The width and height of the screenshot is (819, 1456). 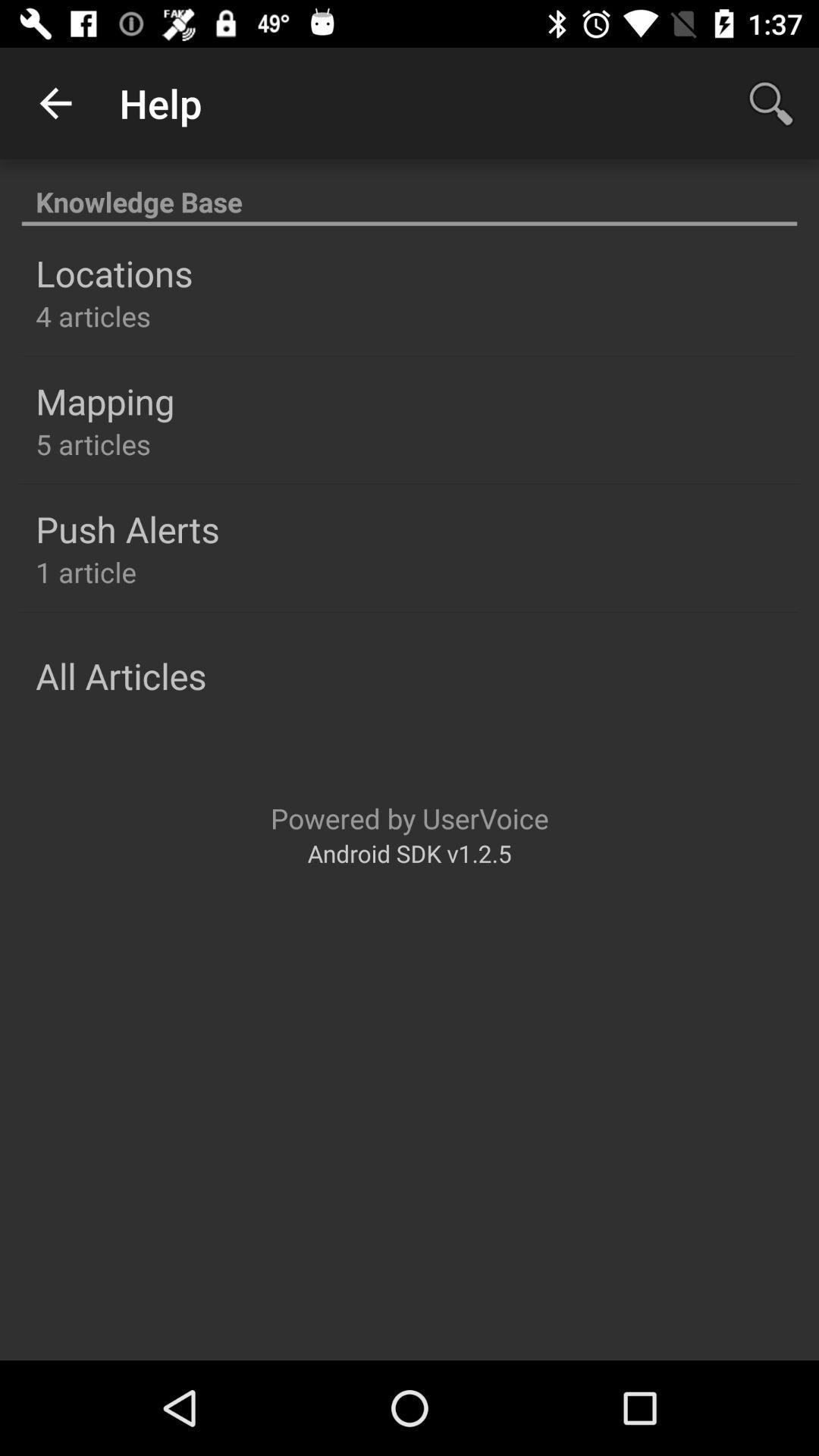 What do you see at coordinates (93, 315) in the screenshot?
I see `the 4 articles` at bounding box center [93, 315].